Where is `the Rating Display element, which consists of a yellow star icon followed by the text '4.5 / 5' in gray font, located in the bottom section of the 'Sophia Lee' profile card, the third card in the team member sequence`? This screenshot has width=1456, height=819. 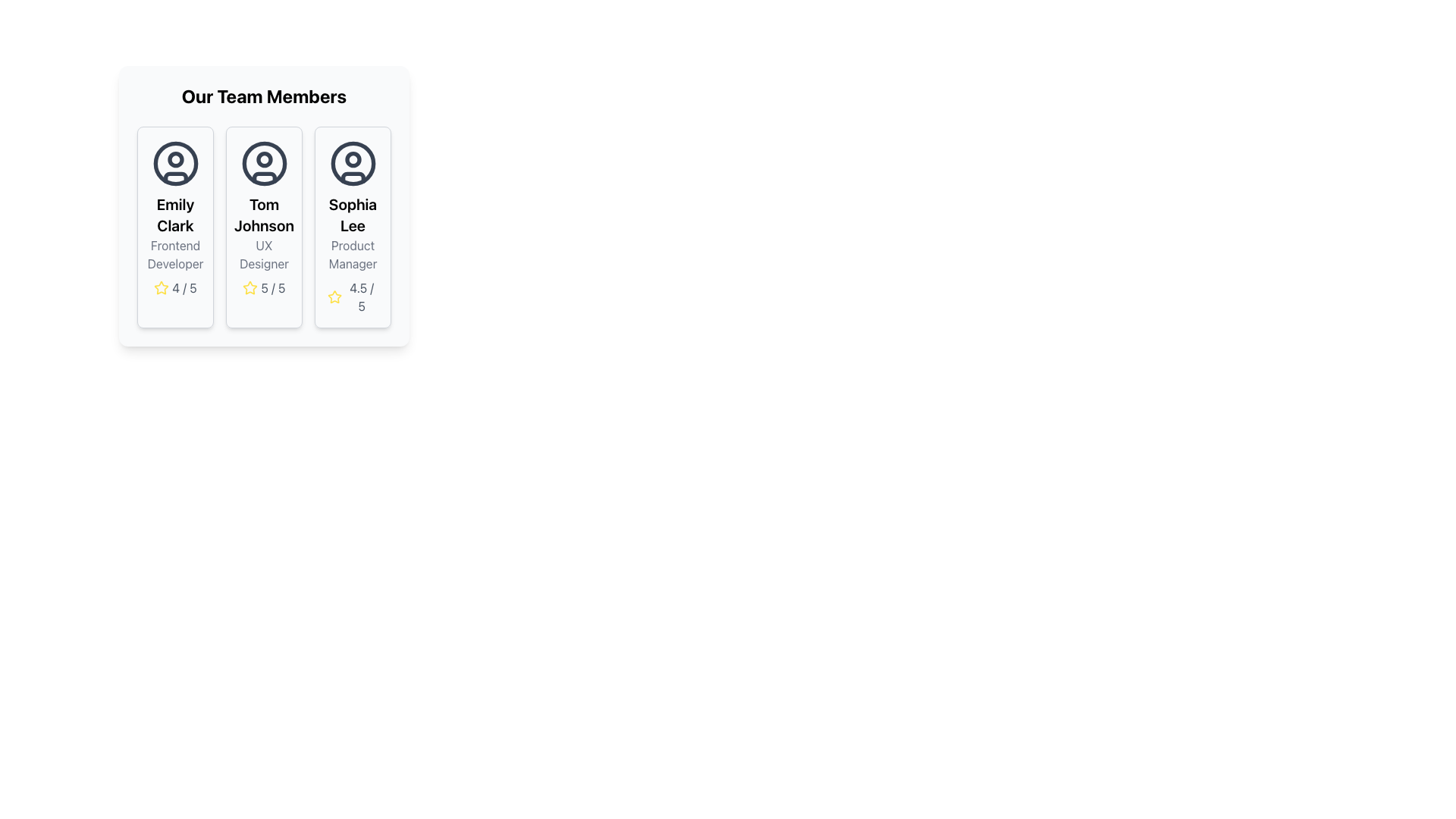
the Rating Display element, which consists of a yellow star icon followed by the text '4.5 / 5' in gray font, located in the bottom section of the 'Sophia Lee' profile card, the third card in the team member sequence is located at coordinates (352, 297).